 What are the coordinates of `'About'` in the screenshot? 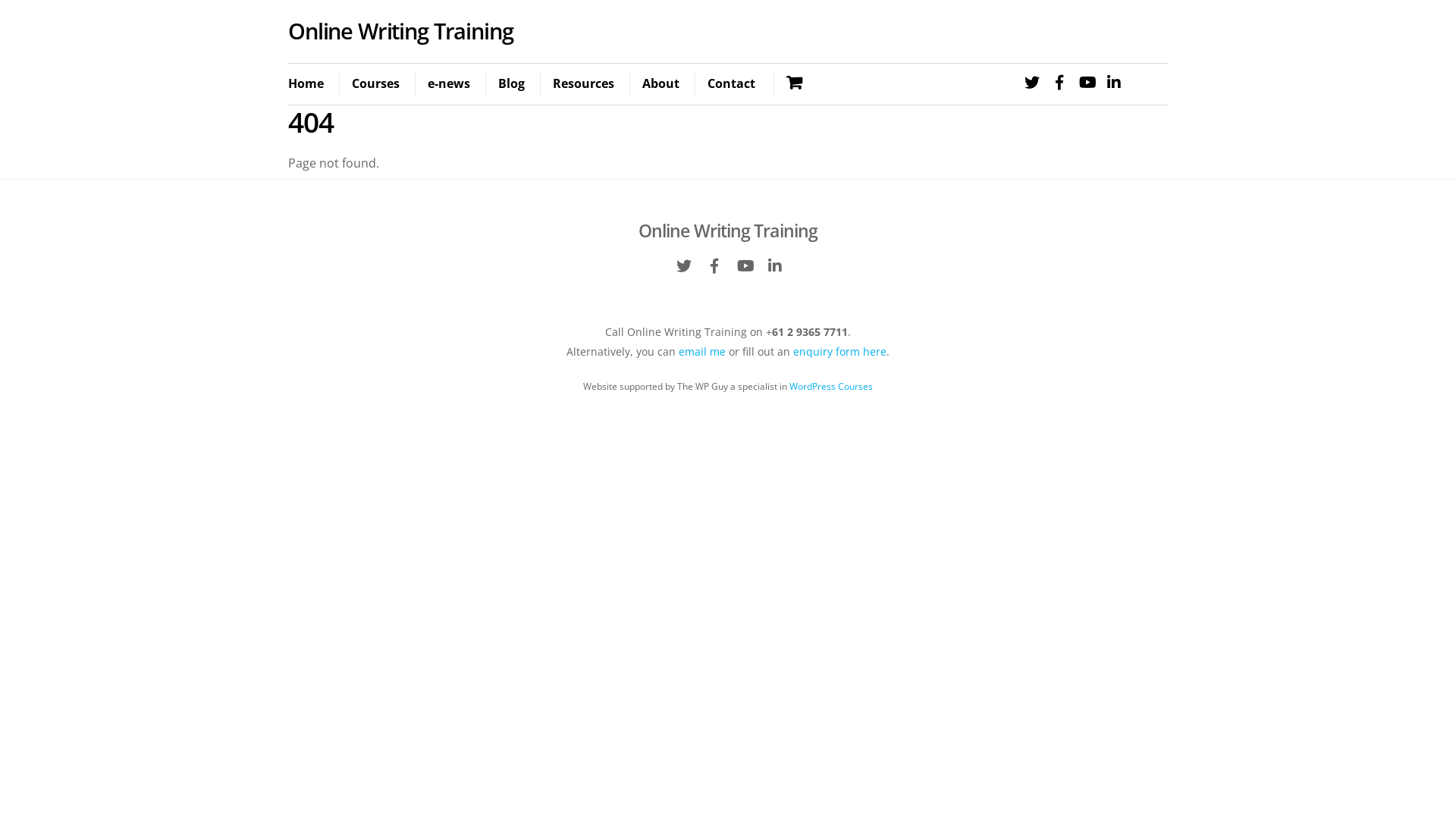 It's located at (629, 84).